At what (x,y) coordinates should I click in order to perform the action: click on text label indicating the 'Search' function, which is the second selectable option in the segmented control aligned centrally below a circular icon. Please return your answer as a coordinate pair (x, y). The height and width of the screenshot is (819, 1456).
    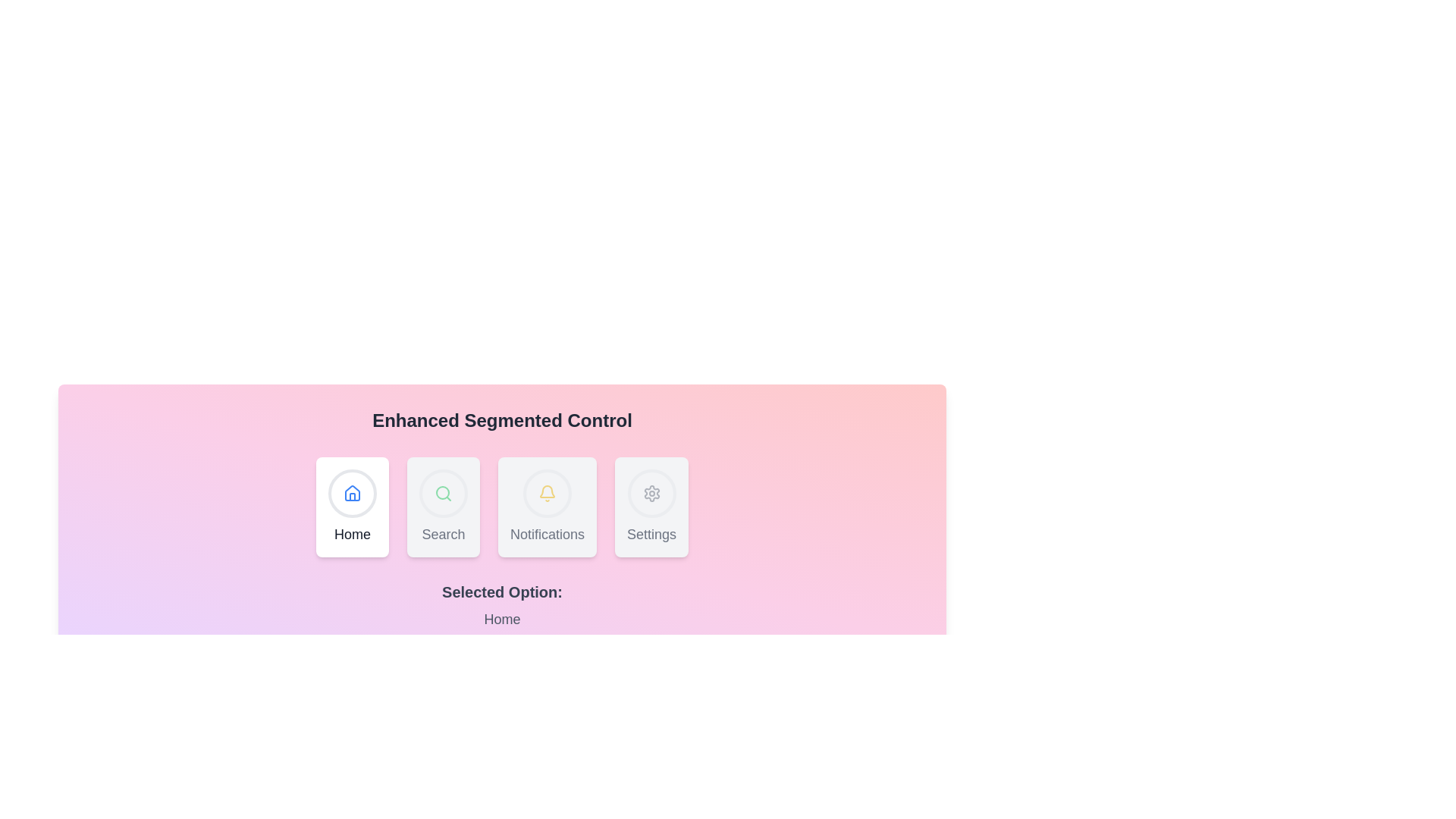
    Looking at the image, I should click on (443, 534).